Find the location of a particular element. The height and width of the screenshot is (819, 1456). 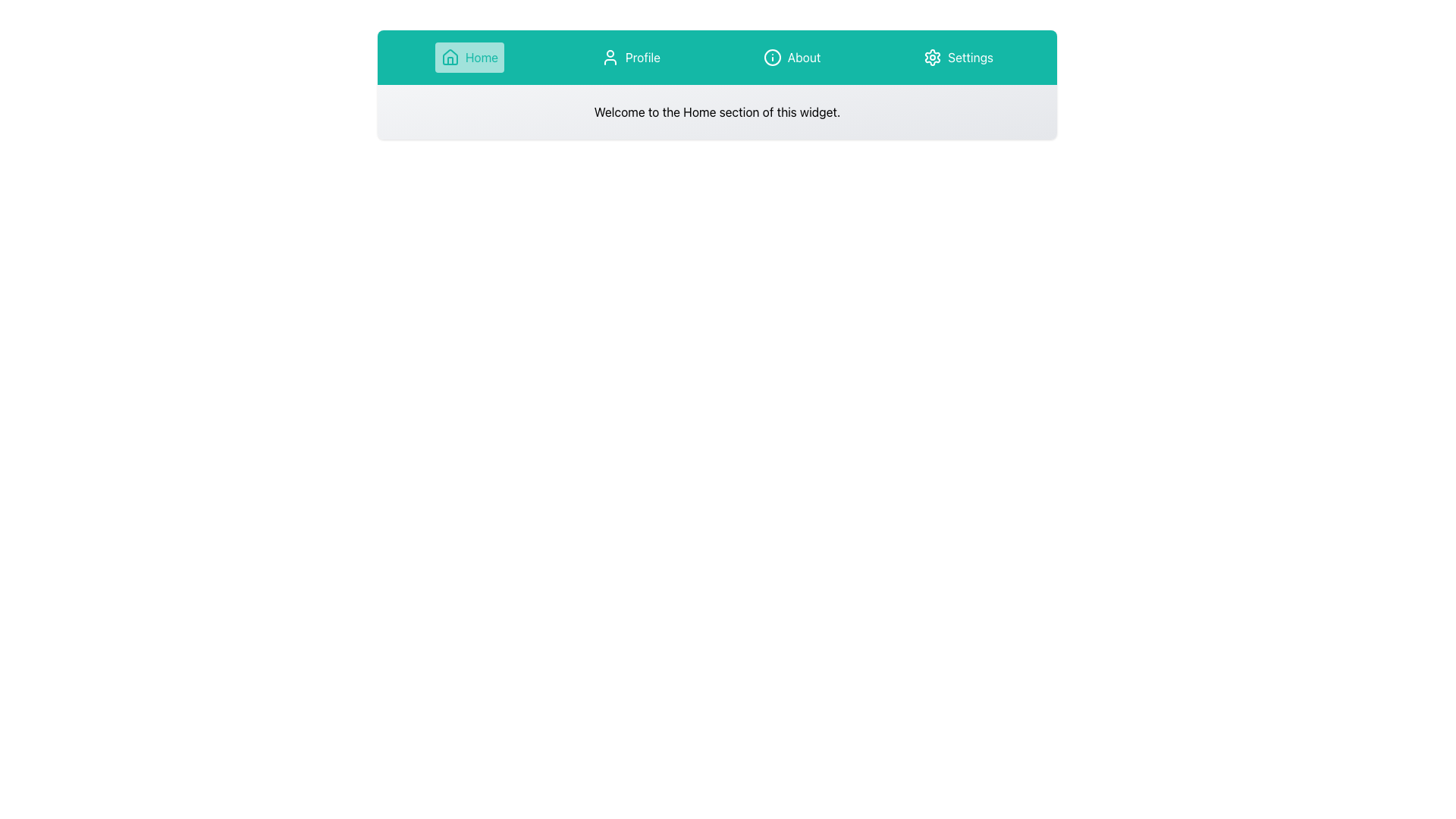

the house-shaped icon located within the 'Home' navigation item is located at coordinates (449, 57).